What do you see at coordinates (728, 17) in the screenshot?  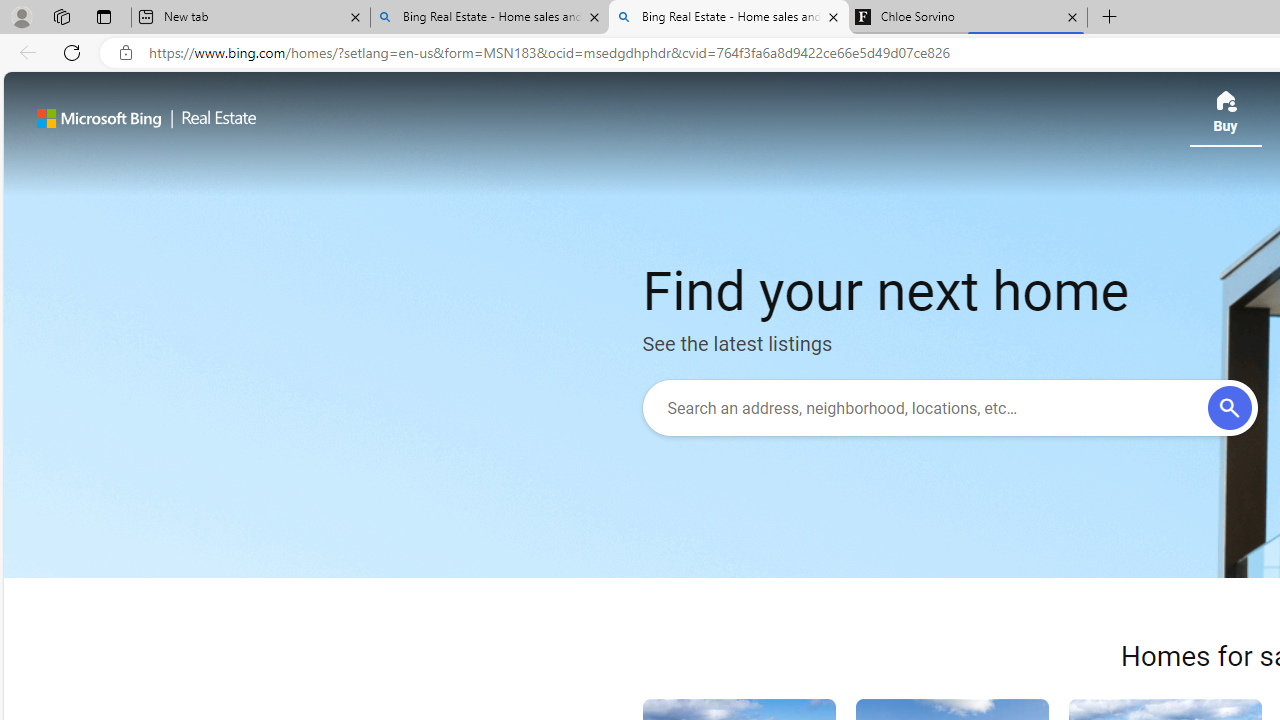 I see `'Bing Real Estate - Home sales and rental listings'` at bounding box center [728, 17].